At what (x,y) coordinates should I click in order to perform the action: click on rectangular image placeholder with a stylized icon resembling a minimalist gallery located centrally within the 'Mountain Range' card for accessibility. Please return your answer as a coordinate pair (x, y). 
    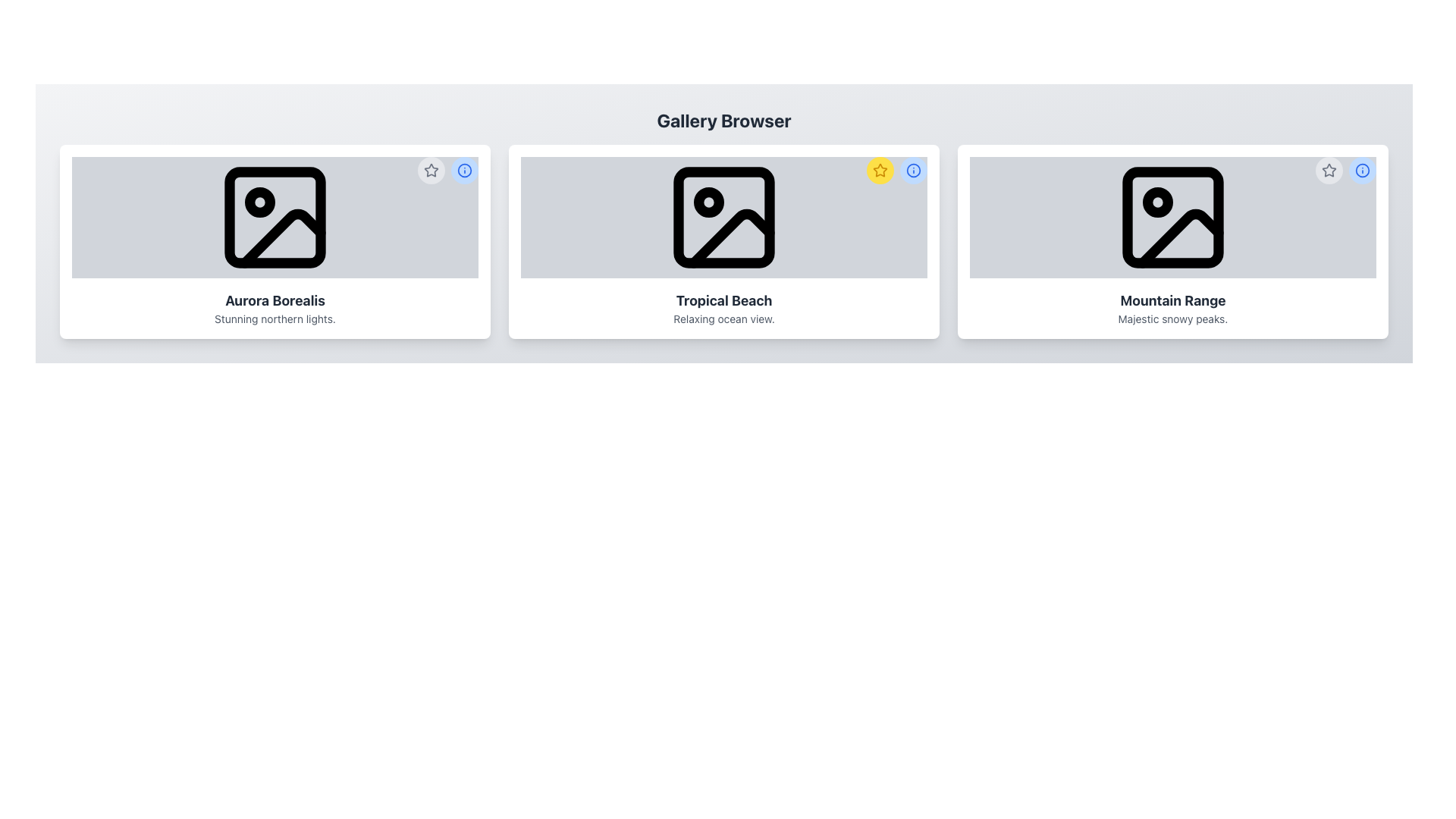
    Looking at the image, I should click on (1172, 217).